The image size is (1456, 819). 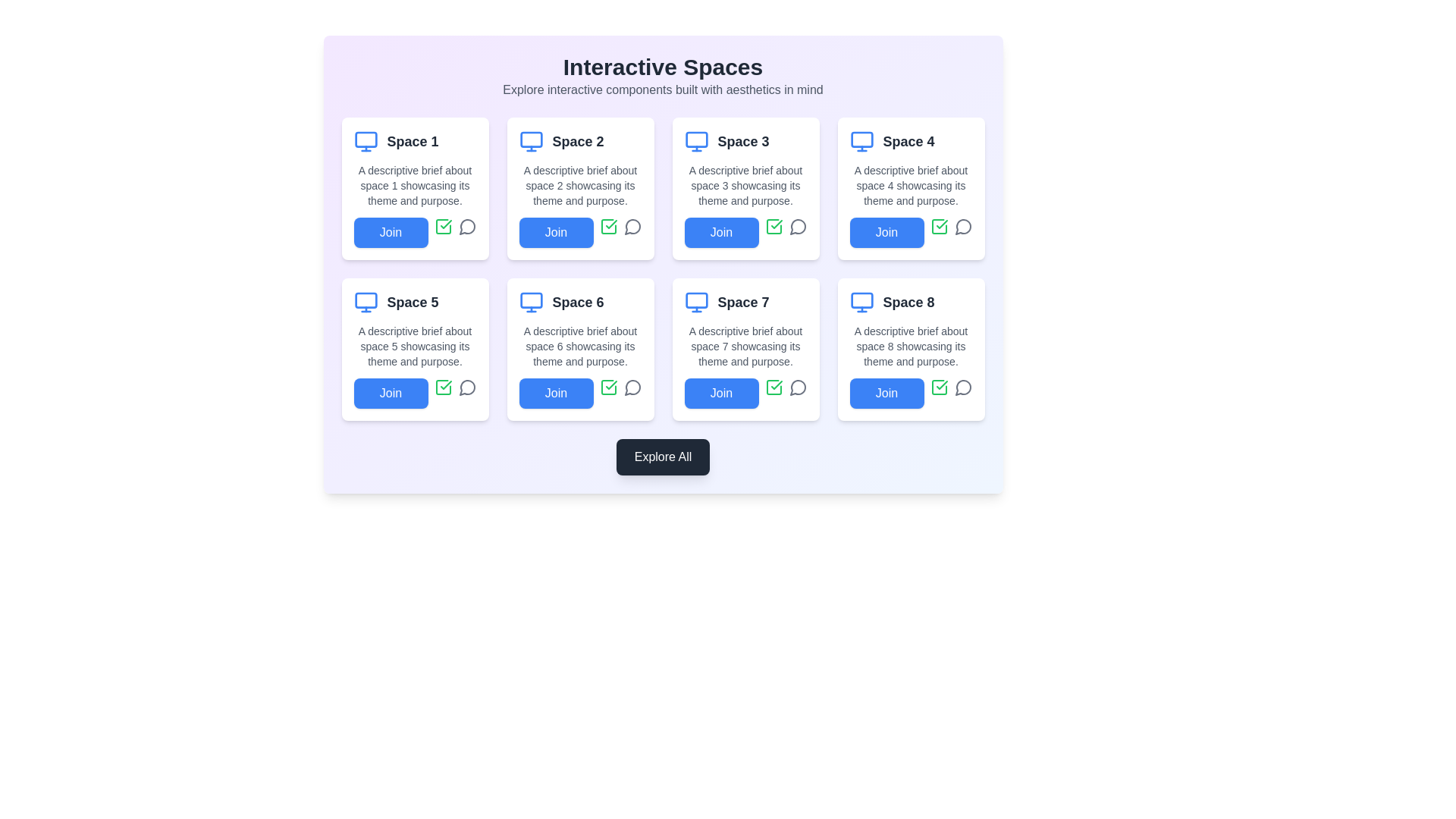 What do you see at coordinates (579, 141) in the screenshot?
I see `the card associated with the Text label located in the upper-middle section of the interface, specifically the second box in the first row of cards labeled with 'Space' titles` at bounding box center [579, 141].